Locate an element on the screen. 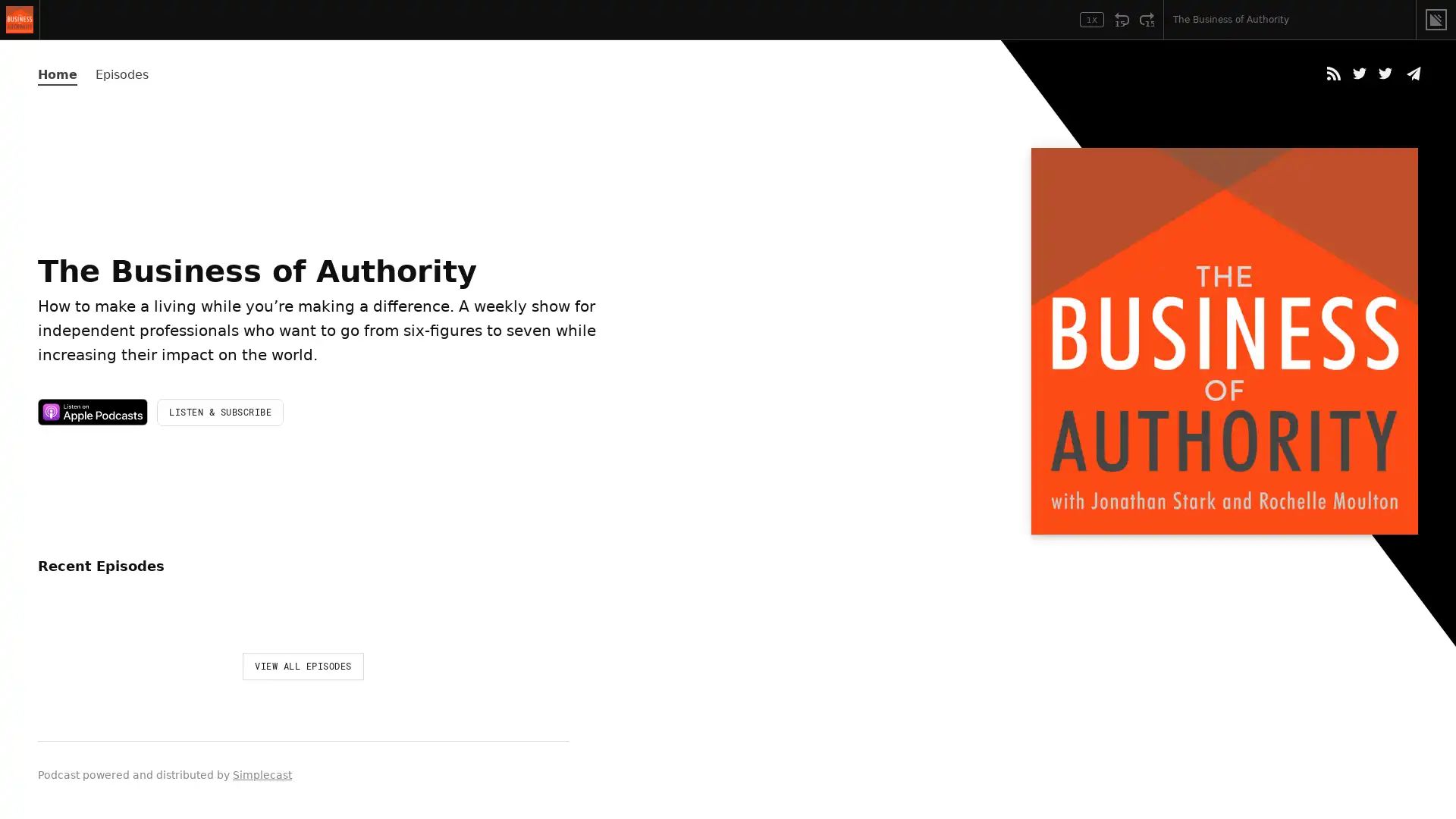  Play is located at coordinates (55, 741).